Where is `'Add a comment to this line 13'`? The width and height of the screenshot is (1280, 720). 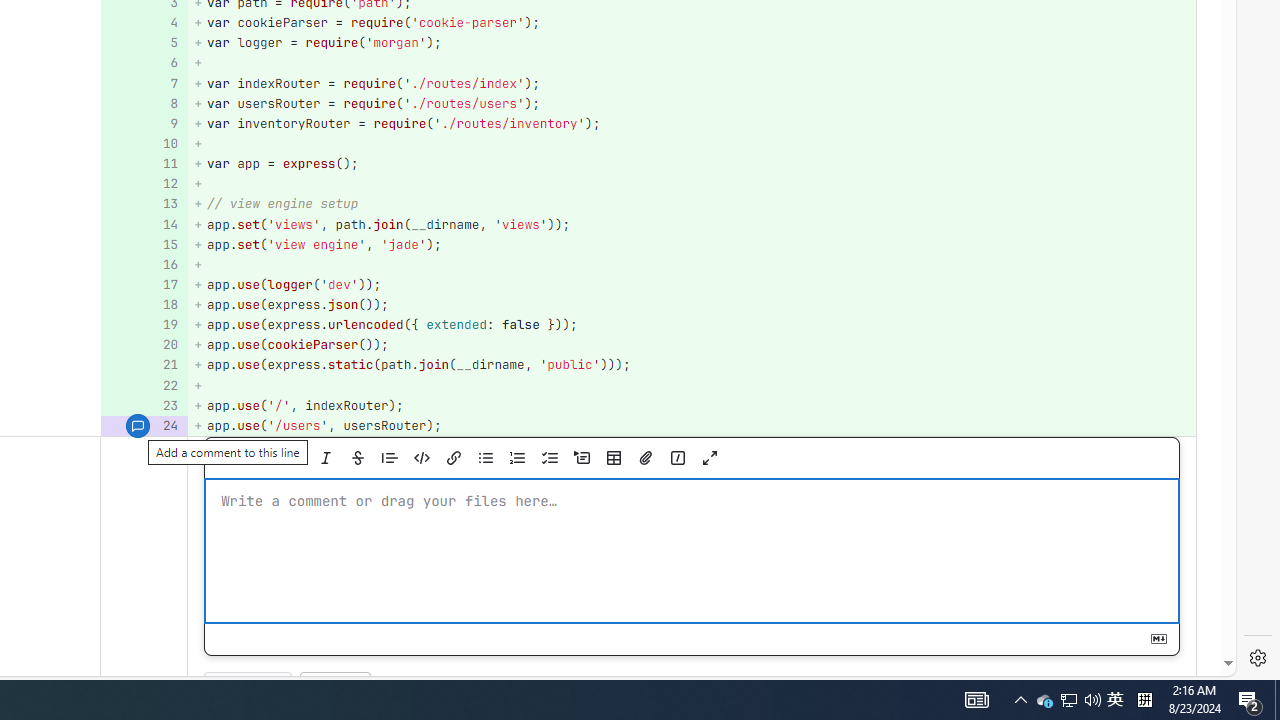
'Add a comment to this line 13' is located at coordinates (143, 204).